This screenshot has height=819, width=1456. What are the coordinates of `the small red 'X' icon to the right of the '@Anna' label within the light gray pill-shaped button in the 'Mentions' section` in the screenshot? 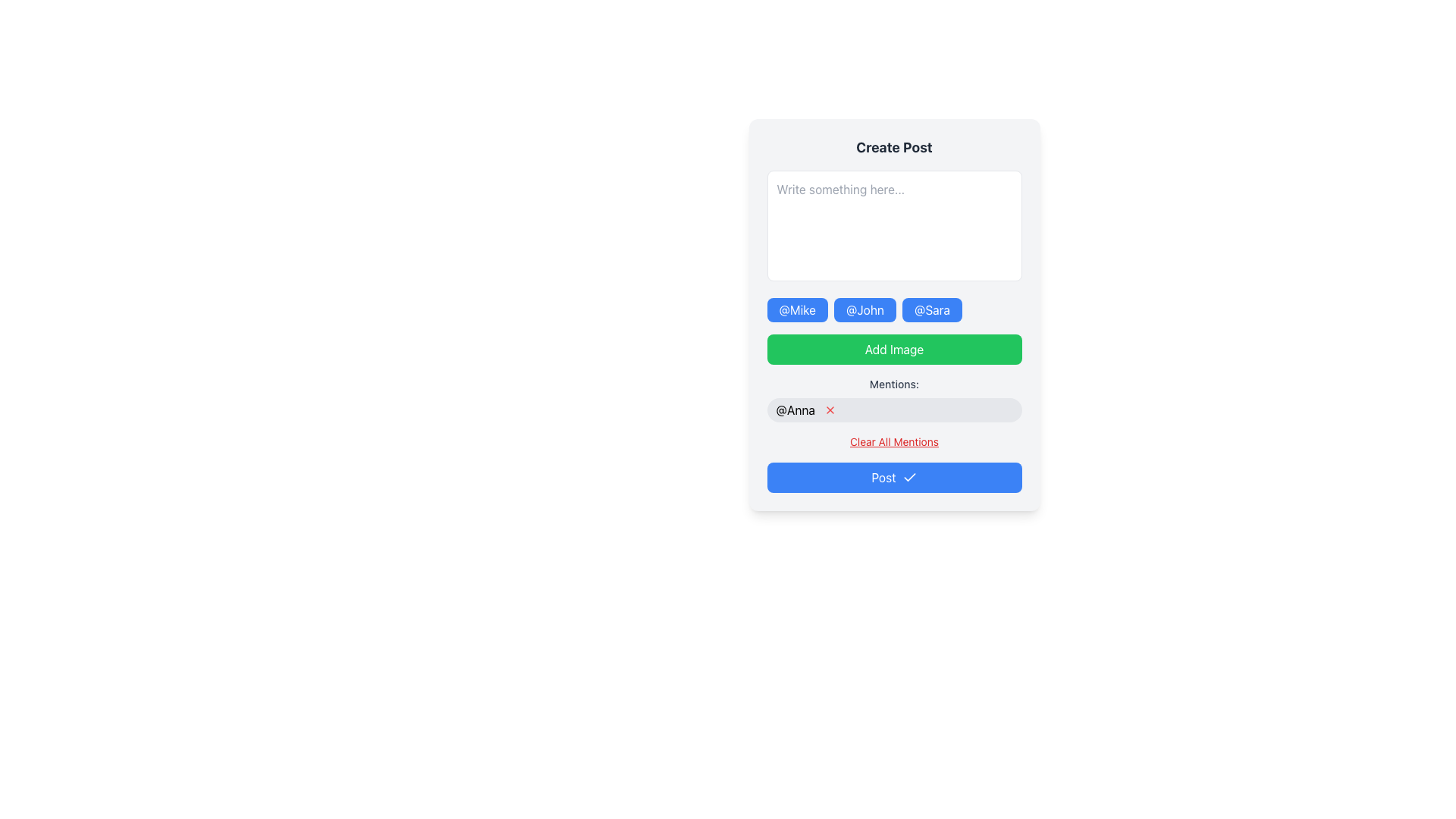 It's located at (829, 409).